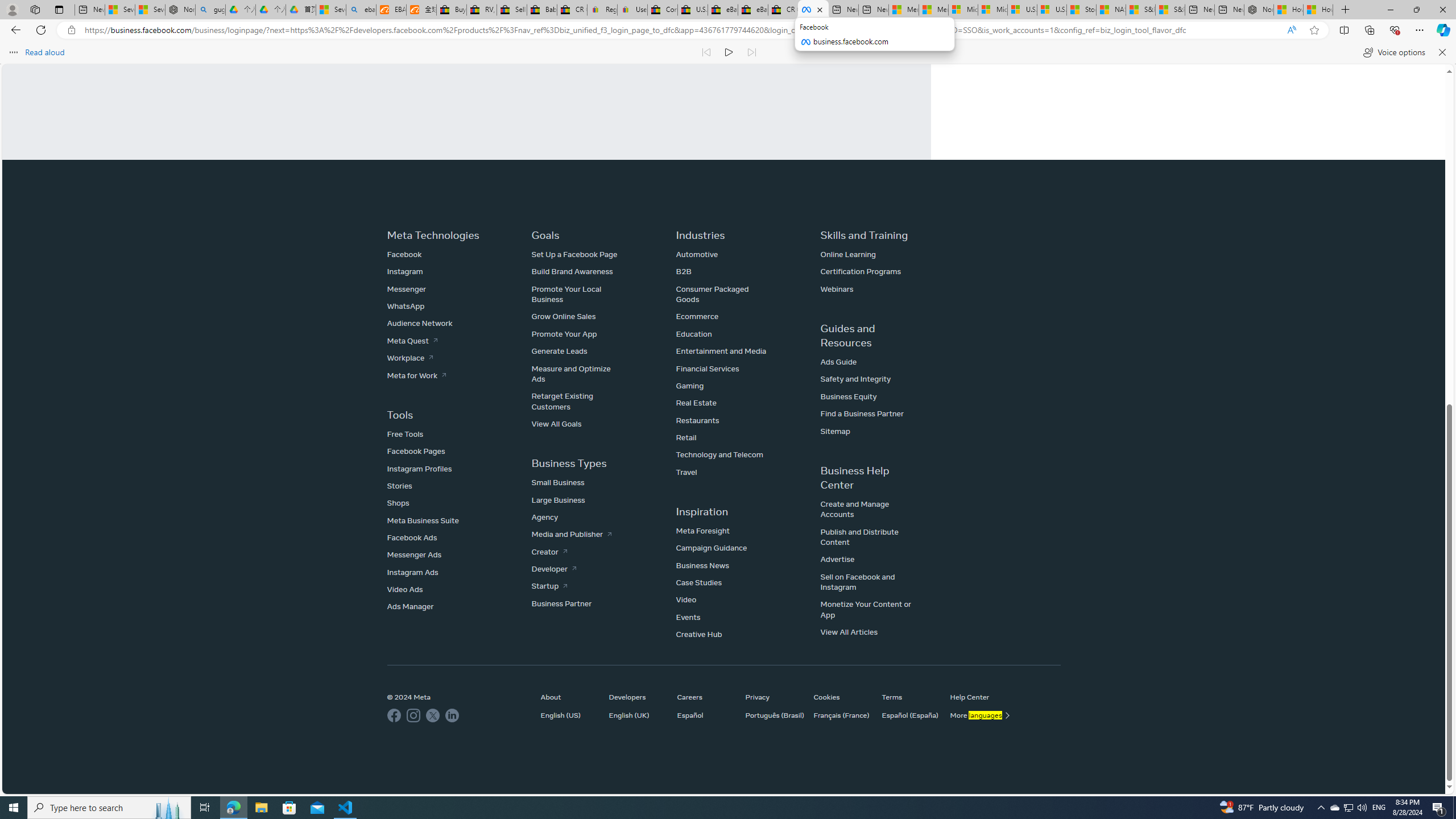  I want to click on 'Generate Leads', so click(559, 350).